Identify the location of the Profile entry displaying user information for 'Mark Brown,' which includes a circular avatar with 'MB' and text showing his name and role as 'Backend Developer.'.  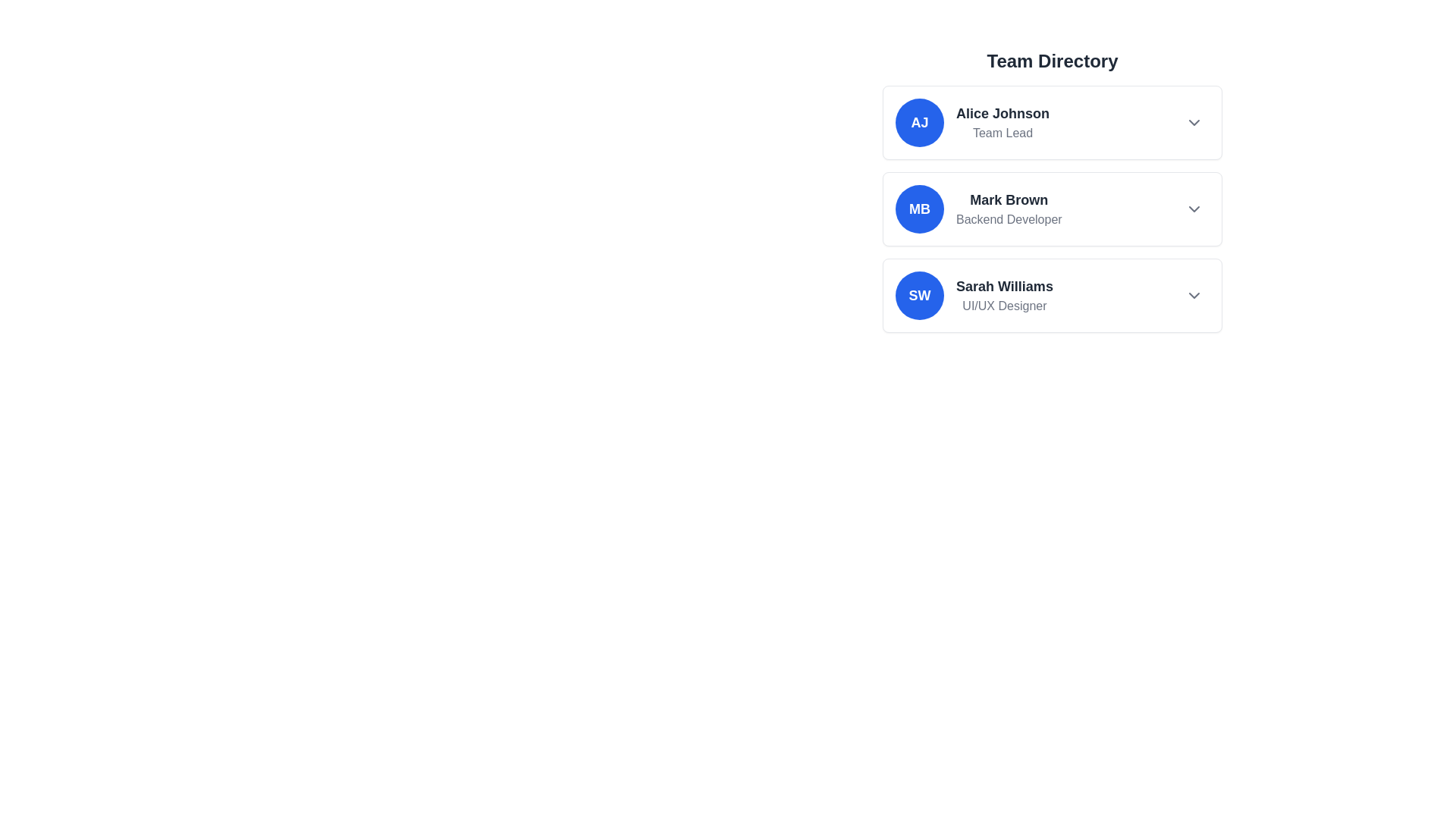
(978, 209).